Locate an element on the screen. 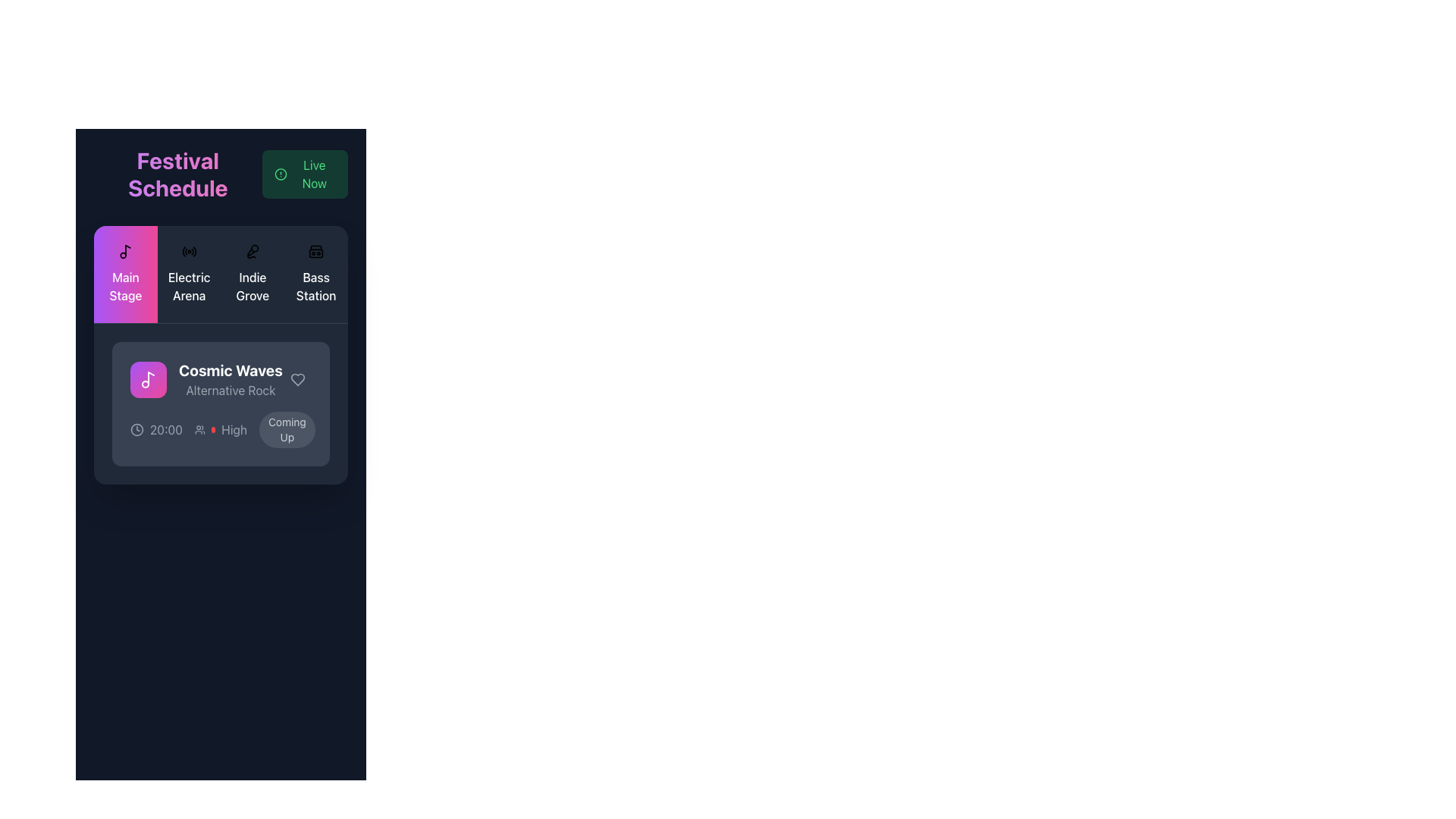 This screenshot has width=1456, height=819. the event detail box titled 'Cosmic Waves' to navigate to related events by clicking on its links is located at coordinates (220, 355).